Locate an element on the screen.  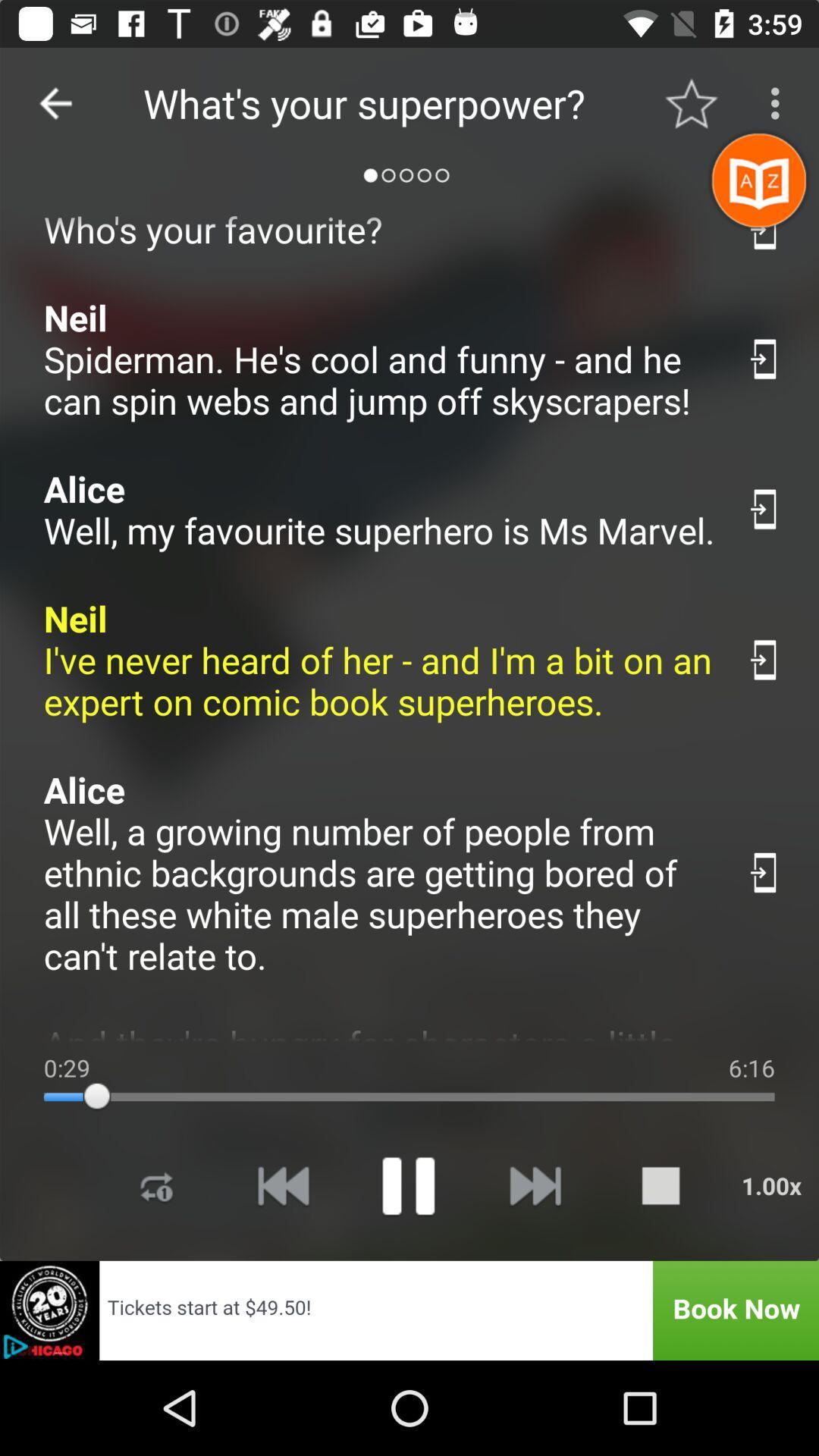
stop is located at coordinates (660, 1185).